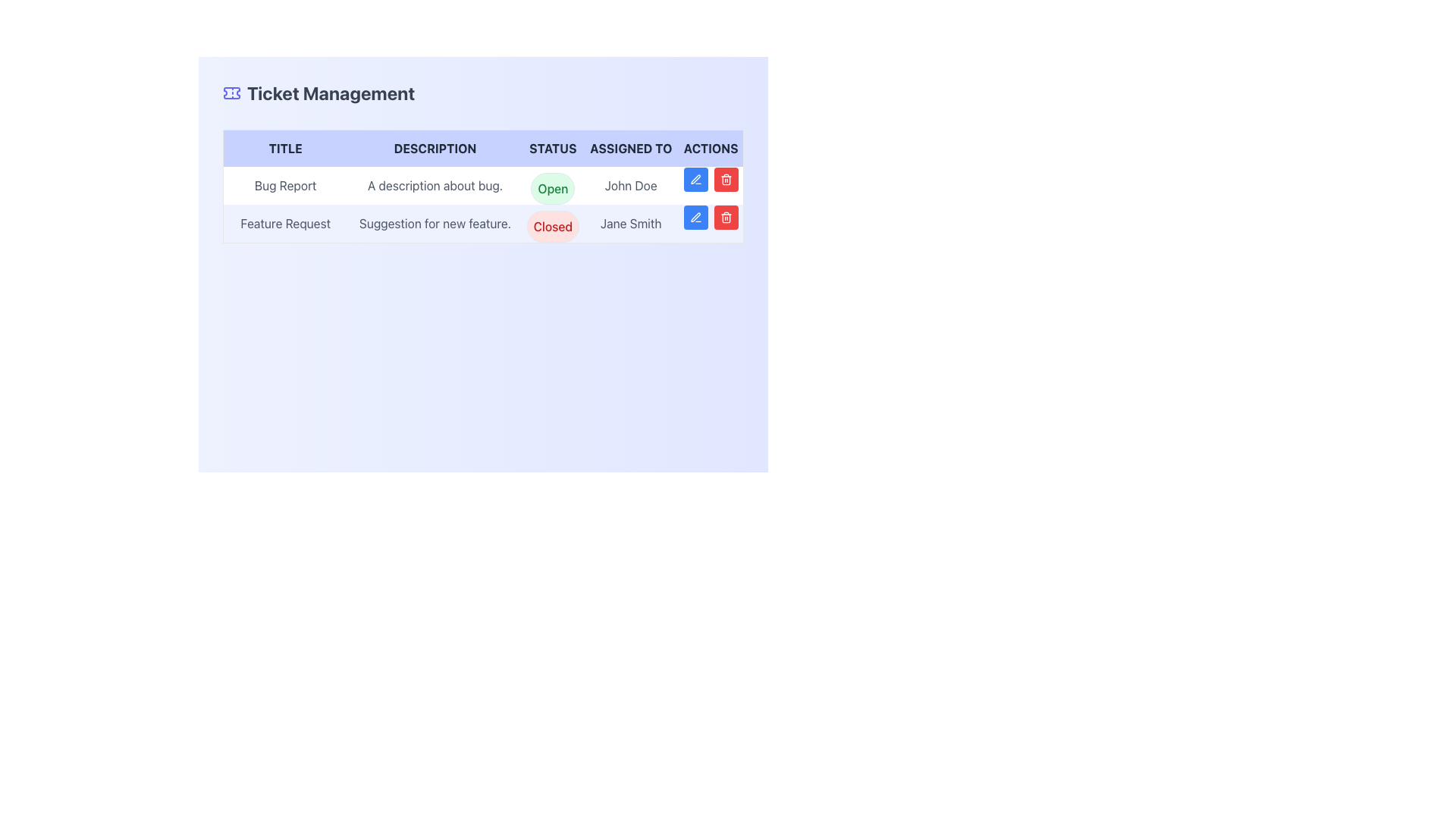 The image size is (1456, 819). Describe the element at coordinates (695, 178) in the screenshot. I see `the pen-shaped icon button in the second row of the 'Actions' column corresponding to the 'Feature Request' item` at that location.